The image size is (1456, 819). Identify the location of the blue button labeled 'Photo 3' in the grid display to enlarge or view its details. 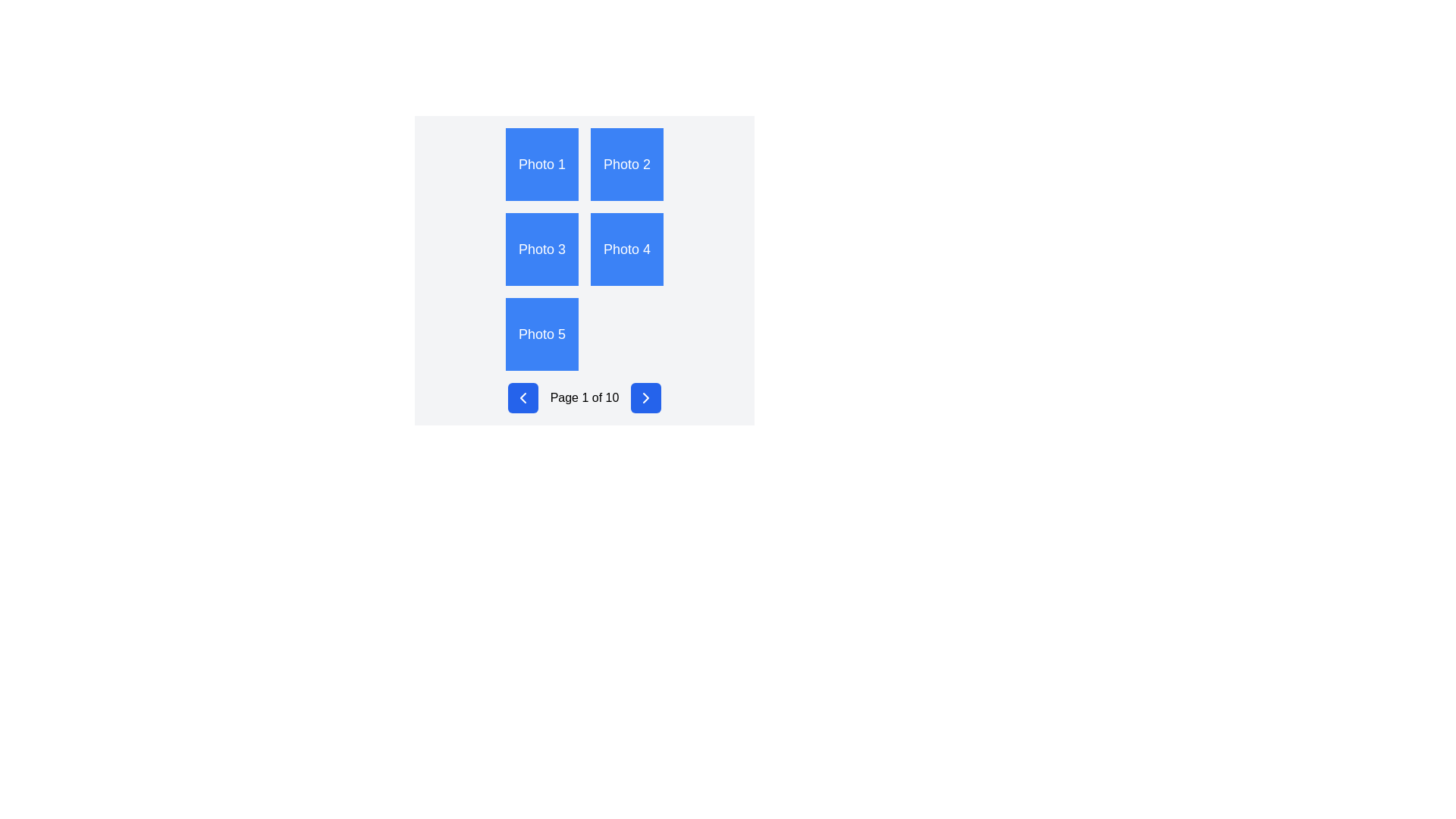
(584, 270).